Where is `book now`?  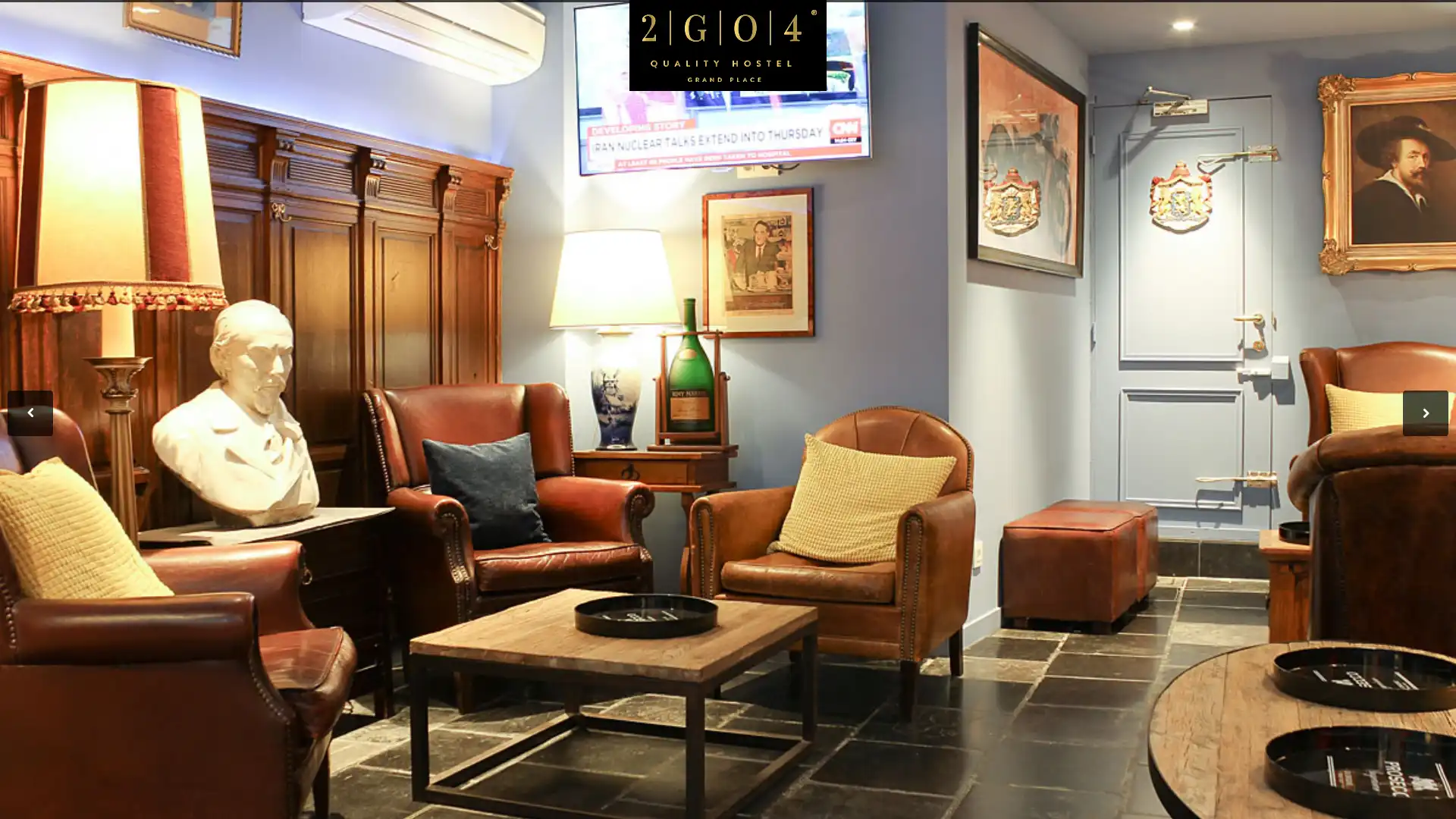
book now is located at coordinates (1330, 123).